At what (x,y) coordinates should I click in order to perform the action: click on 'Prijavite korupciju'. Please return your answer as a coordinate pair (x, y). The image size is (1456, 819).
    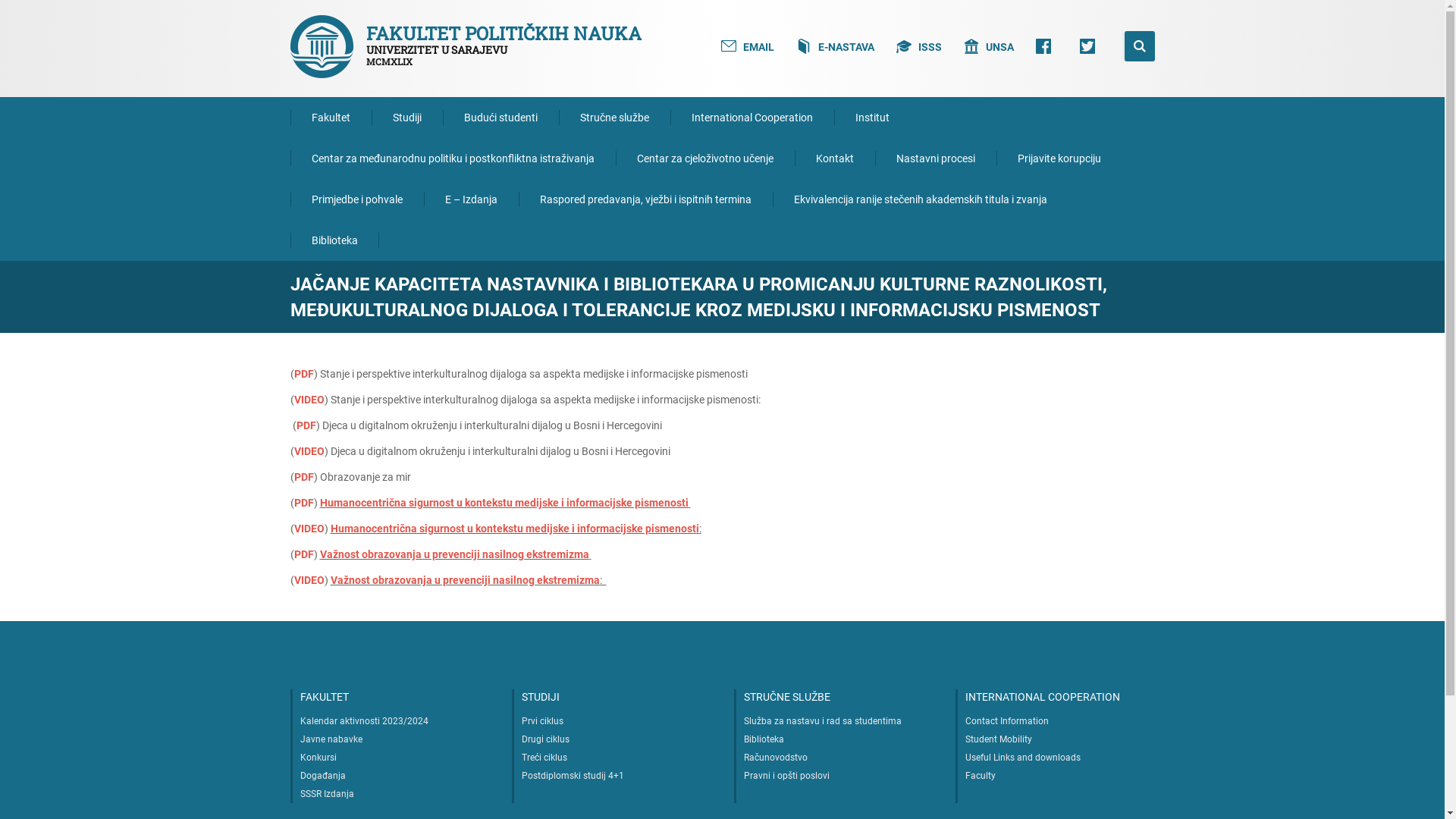
    Looking at the image, I should click on (1058, 158).